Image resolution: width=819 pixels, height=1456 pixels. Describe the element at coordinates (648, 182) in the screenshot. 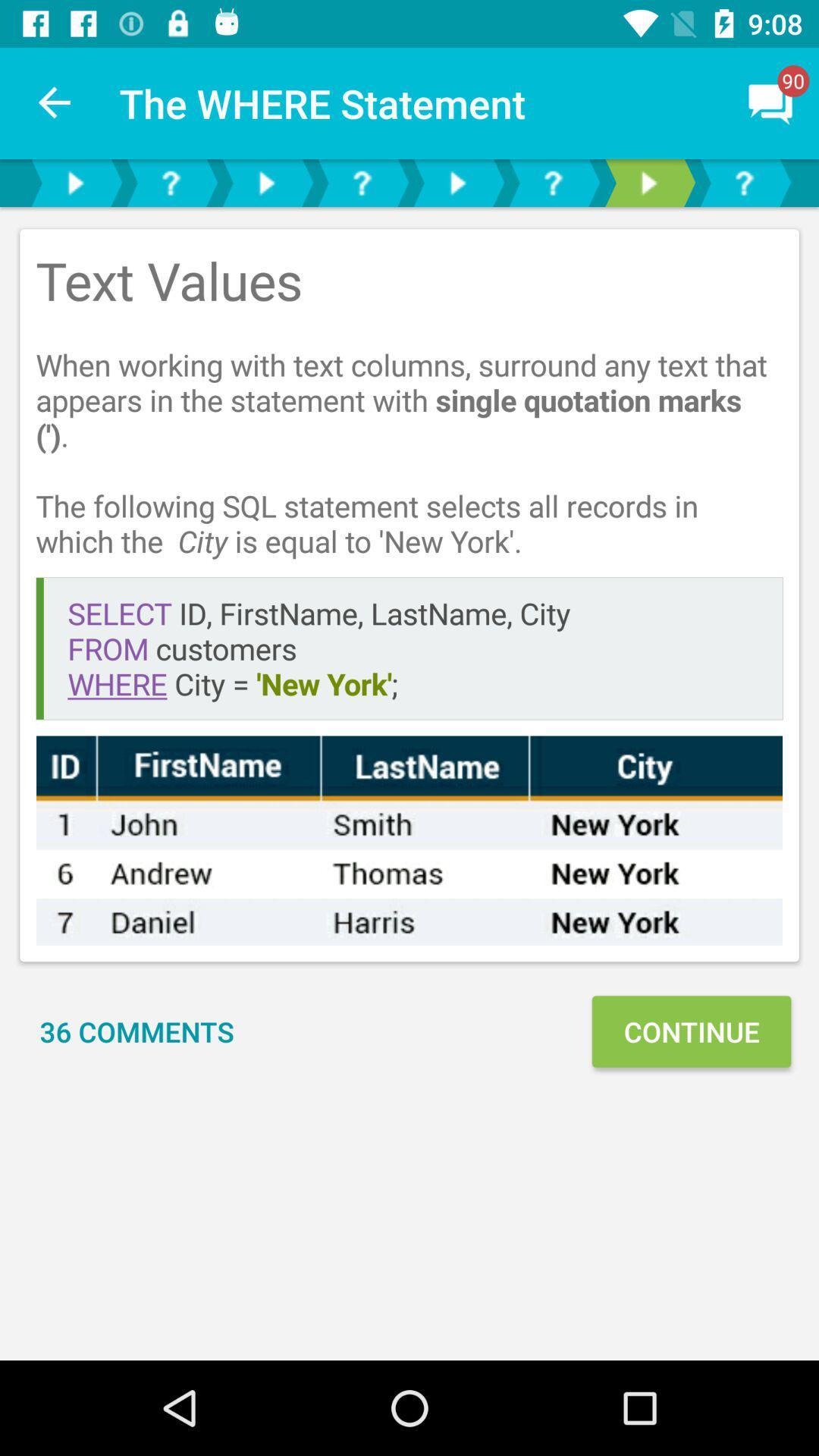

I see `next area` at that location.